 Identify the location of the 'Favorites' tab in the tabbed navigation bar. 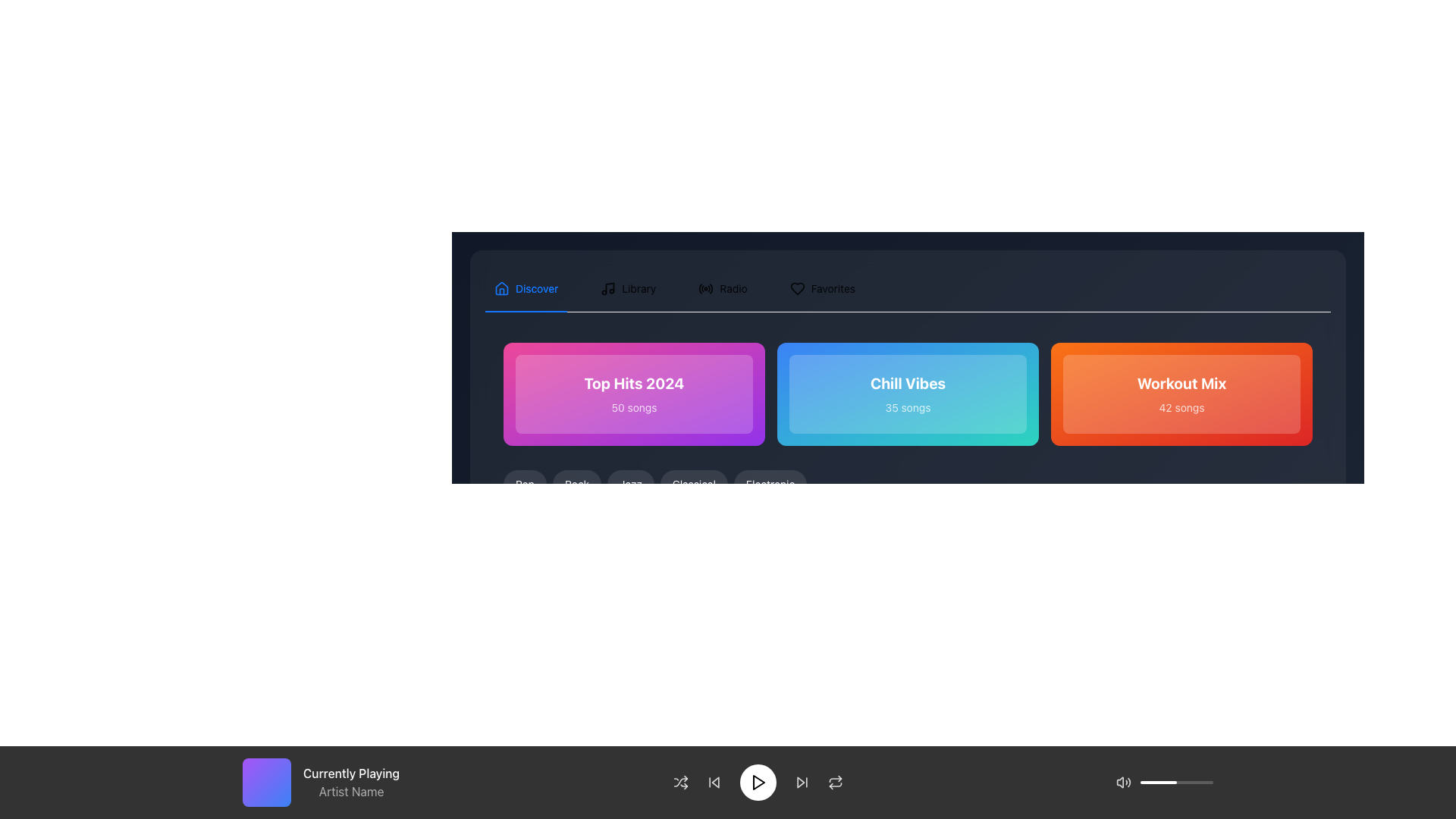
(821, 289).